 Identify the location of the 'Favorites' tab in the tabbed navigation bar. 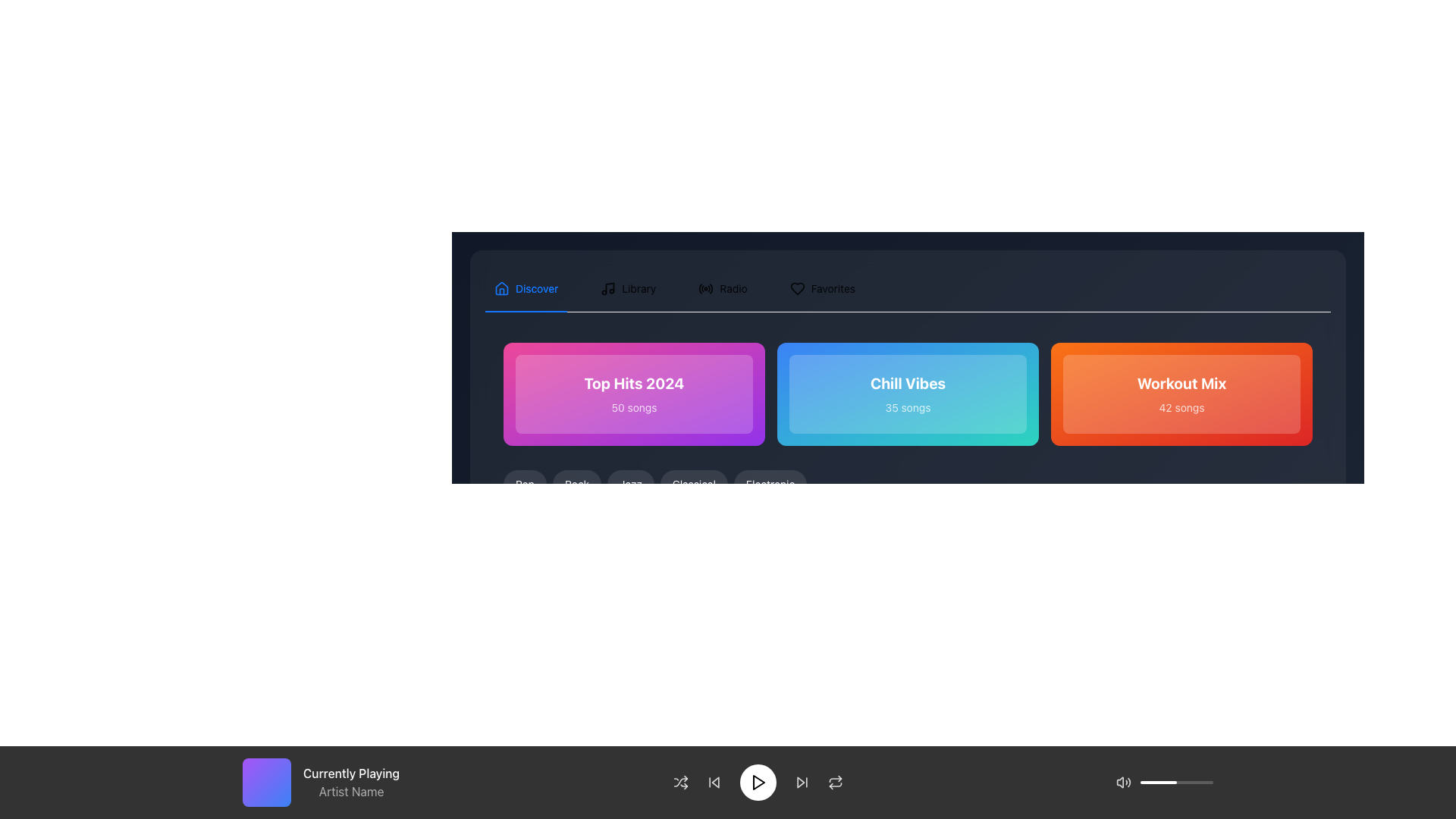
(821, 289).